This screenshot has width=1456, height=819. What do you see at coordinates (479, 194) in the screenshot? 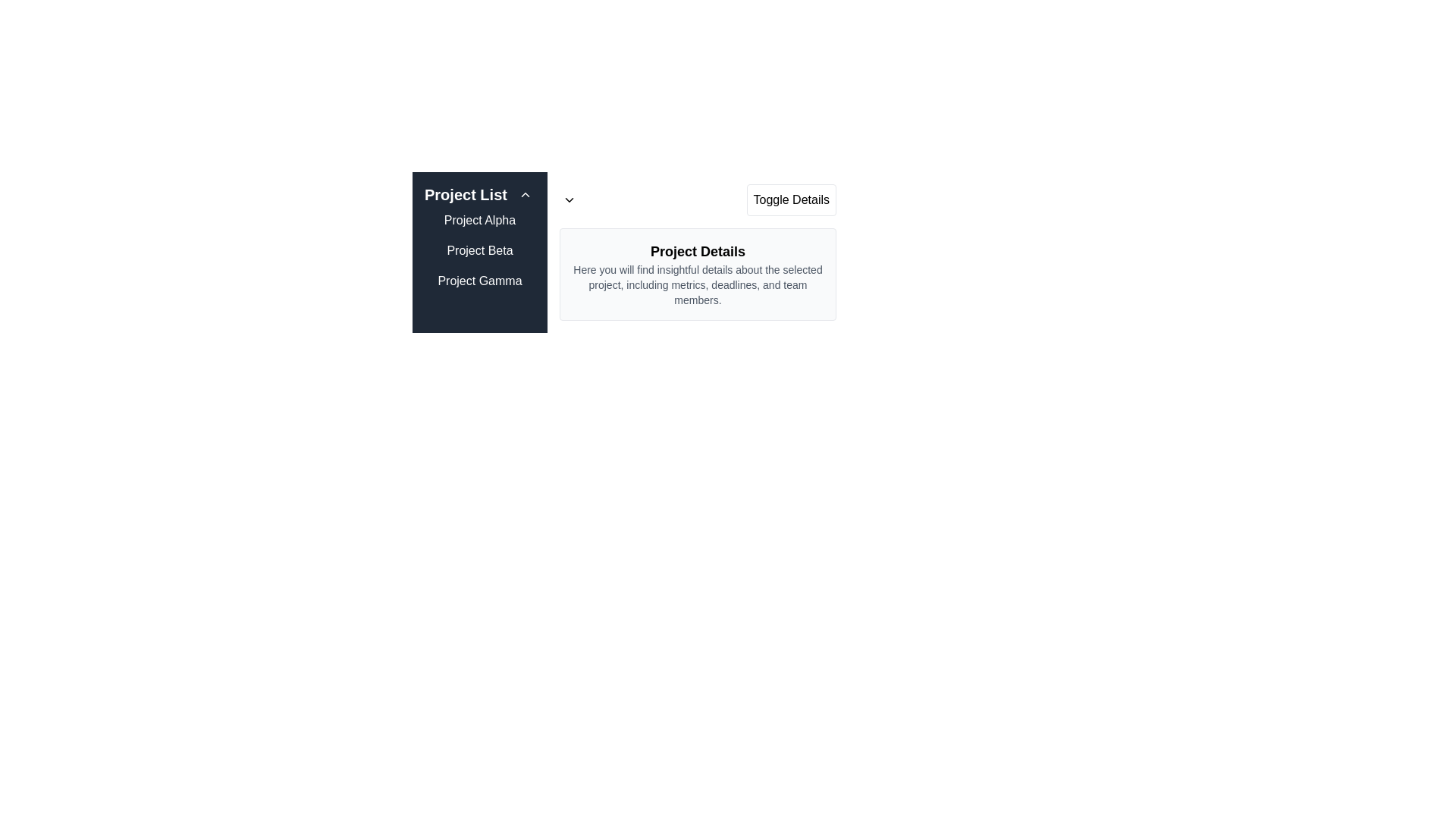
I see `the 'Project List' header with toggle functionality` at bounding box center [479, 194].